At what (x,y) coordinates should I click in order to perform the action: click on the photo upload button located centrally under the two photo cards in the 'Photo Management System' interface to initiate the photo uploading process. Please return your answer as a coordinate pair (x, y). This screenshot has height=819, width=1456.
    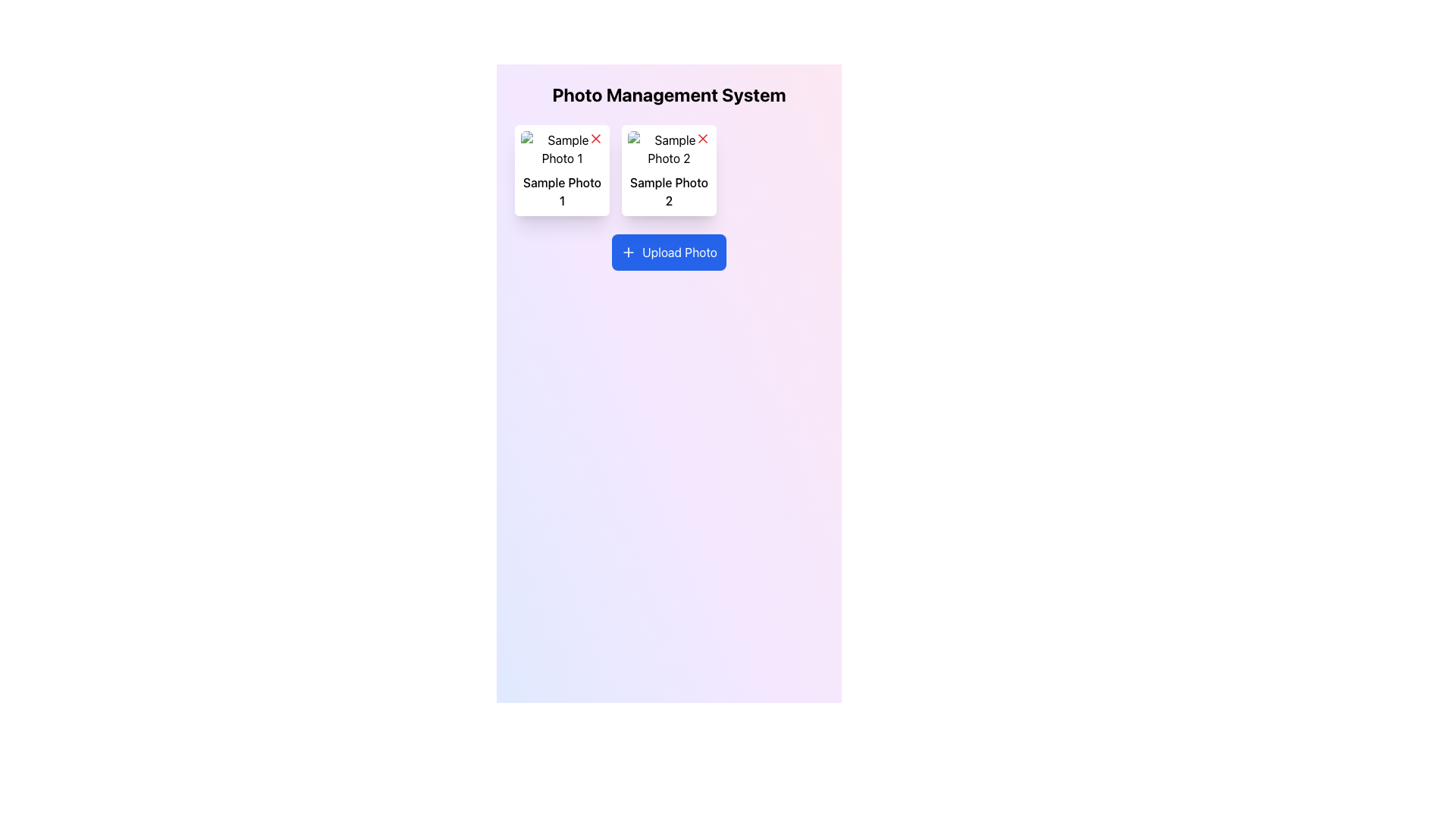
    Looking at the image, I should click on (668, 251).